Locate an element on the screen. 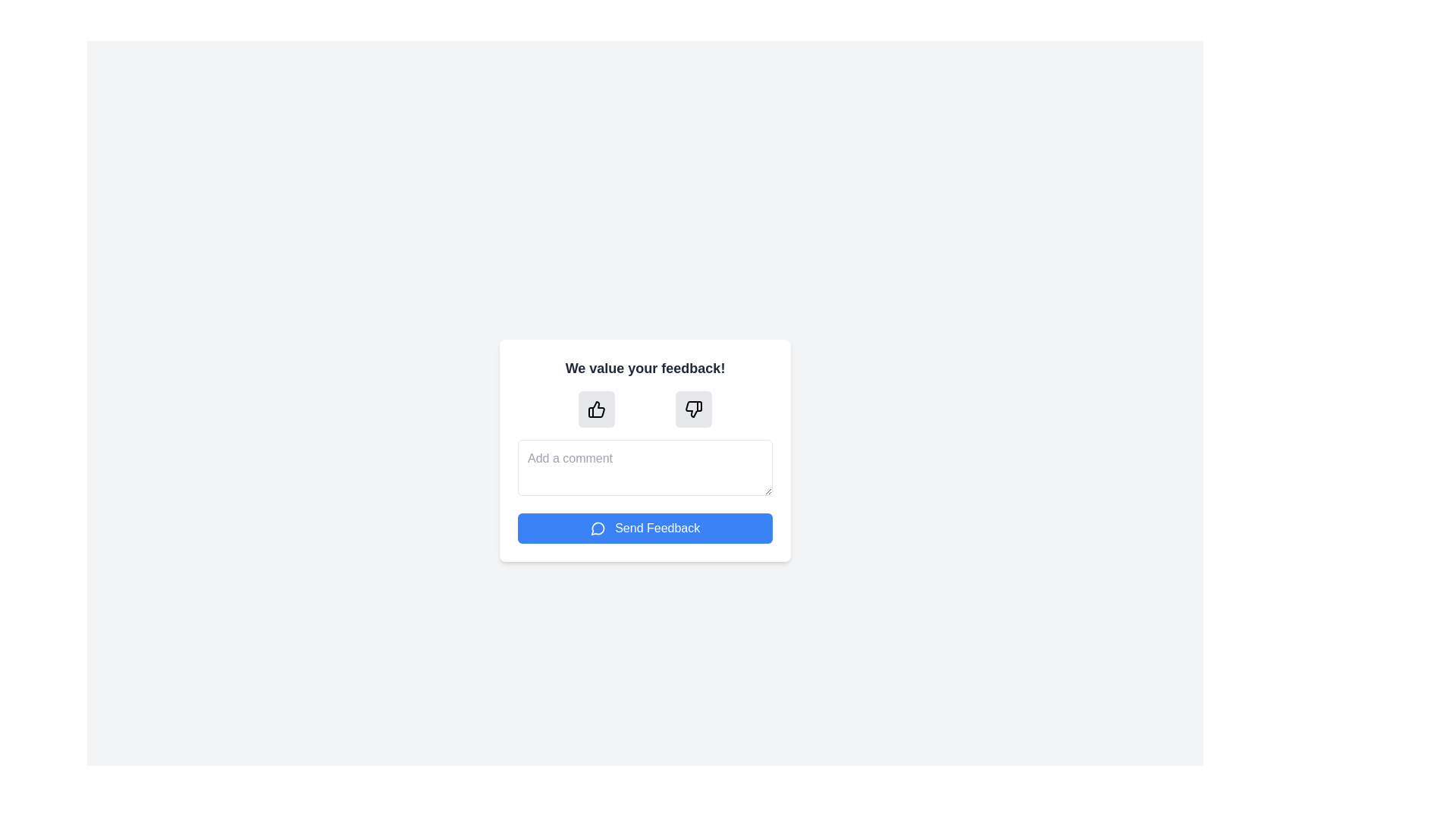 This screenshot has height=819, width=1456. the 'thumbs-up' icon located in the central part of the modal dialog is located at coordinates (596, 408).